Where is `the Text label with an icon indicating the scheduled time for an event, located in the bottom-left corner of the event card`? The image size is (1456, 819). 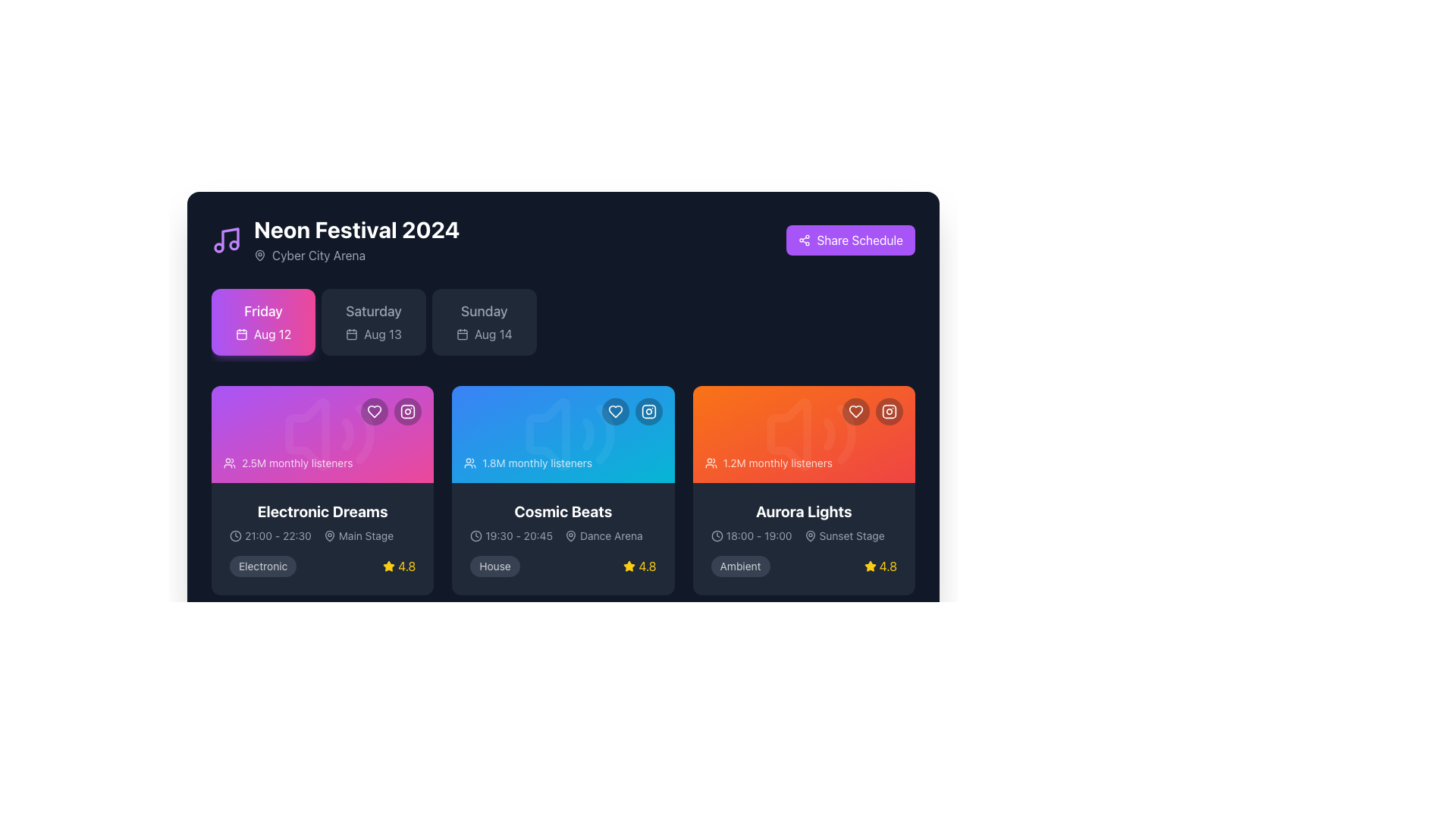 the Text label with an icon indicating the scheduled time for an event, located in the bottom-left corner of the event card is located at coordinates (270, 535).